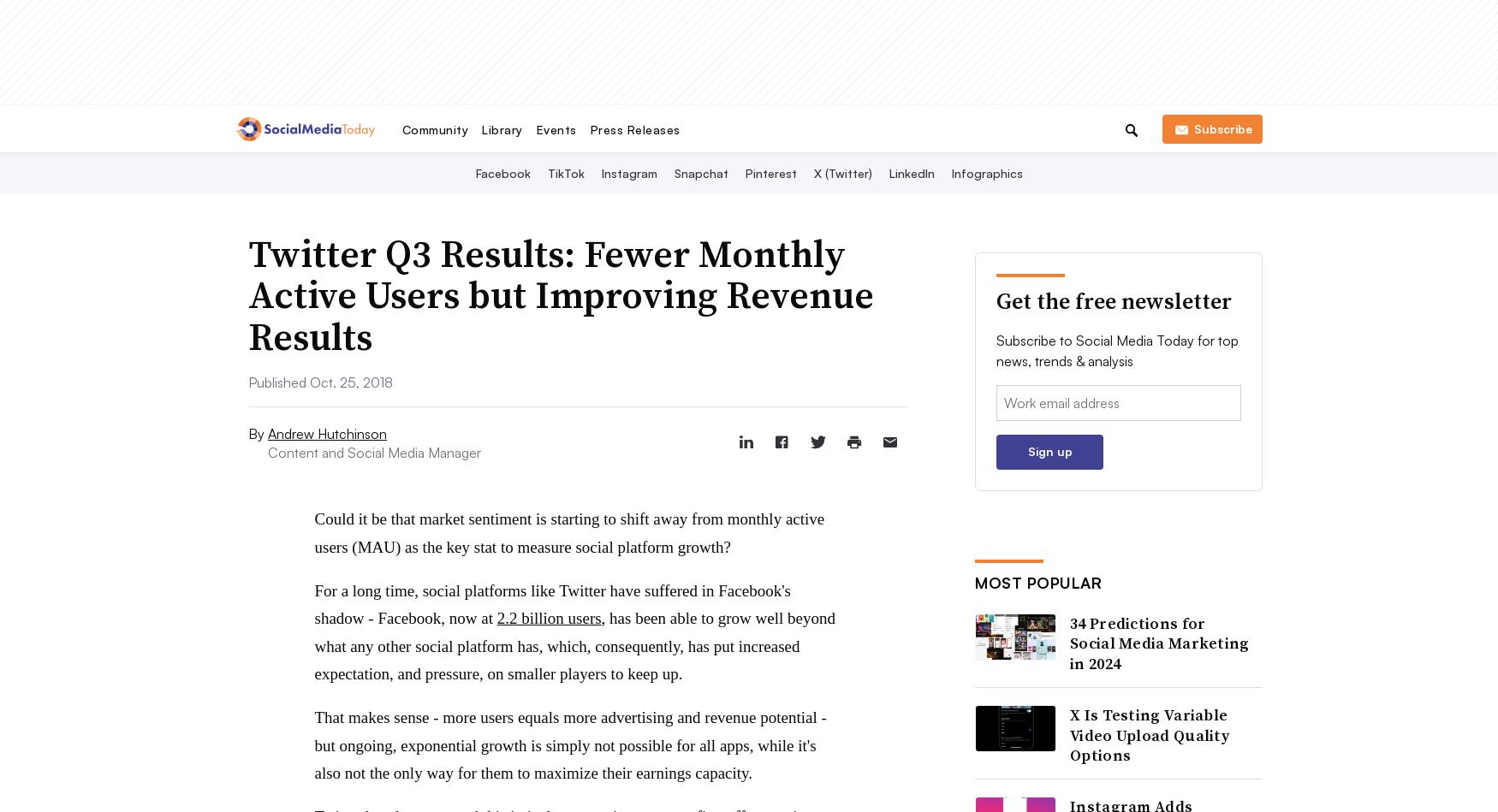 This screenshot has width=1498, height=812. I want to click on 'Subscribe', so click(1220, 127).